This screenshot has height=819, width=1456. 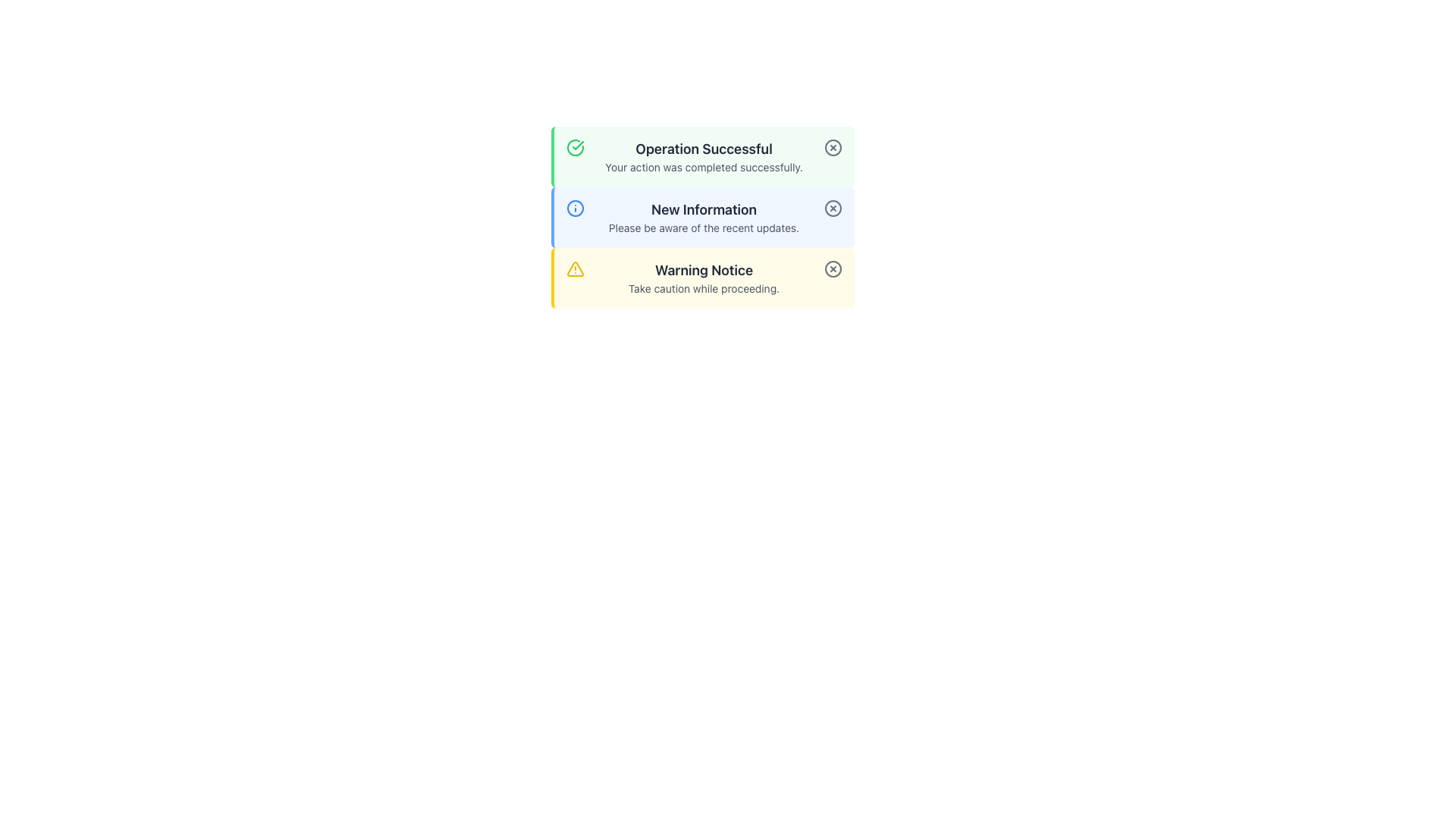 What do you see at coordinates (832, 208) in the screenshot?
I see `the circular graphic of the close button in the top-right corner of the 'New Information' notification block` at bounding box center [832, 208].